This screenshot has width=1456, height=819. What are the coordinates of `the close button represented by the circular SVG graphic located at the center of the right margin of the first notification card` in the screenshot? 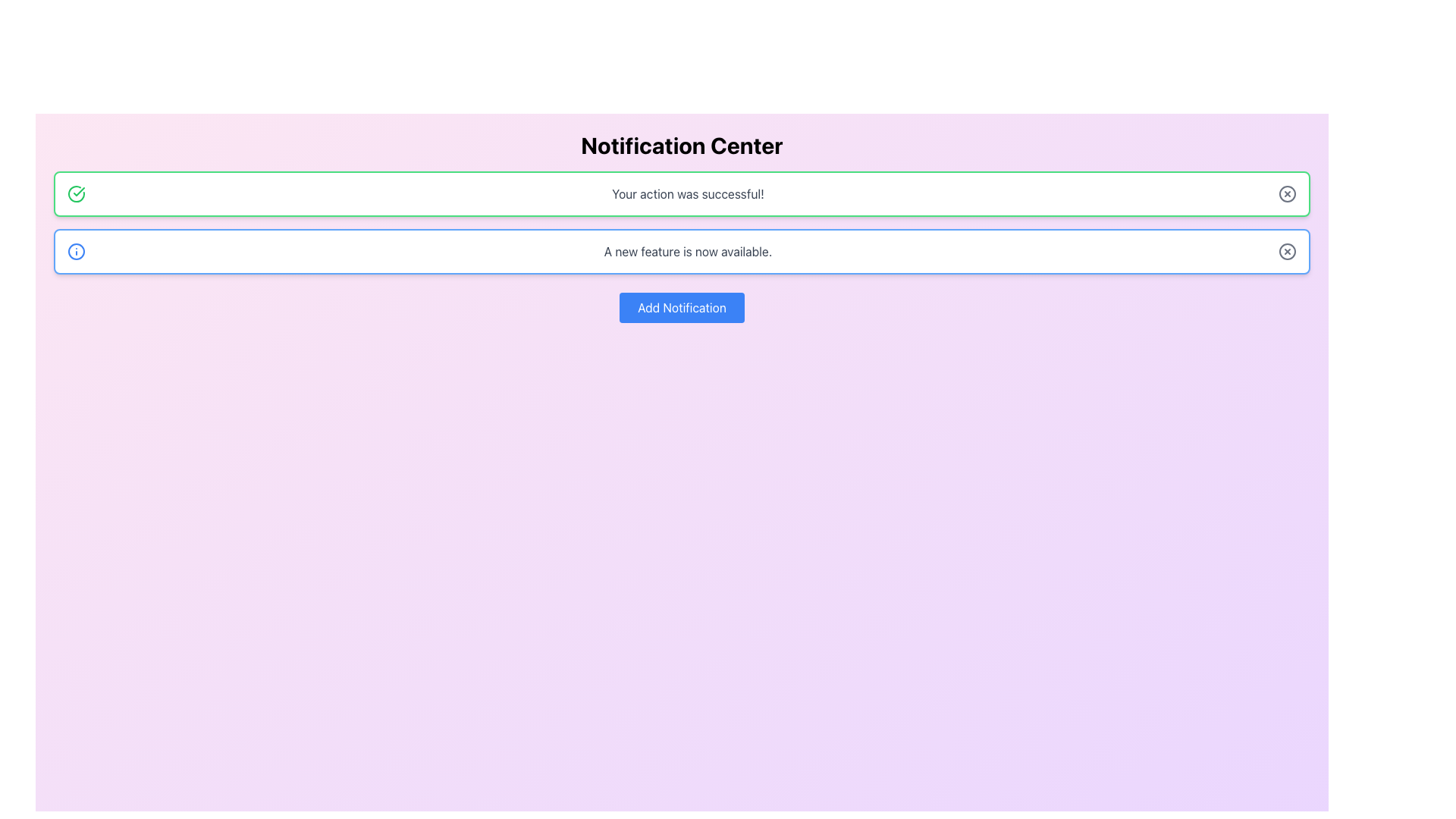 It's located at (1287, 193).